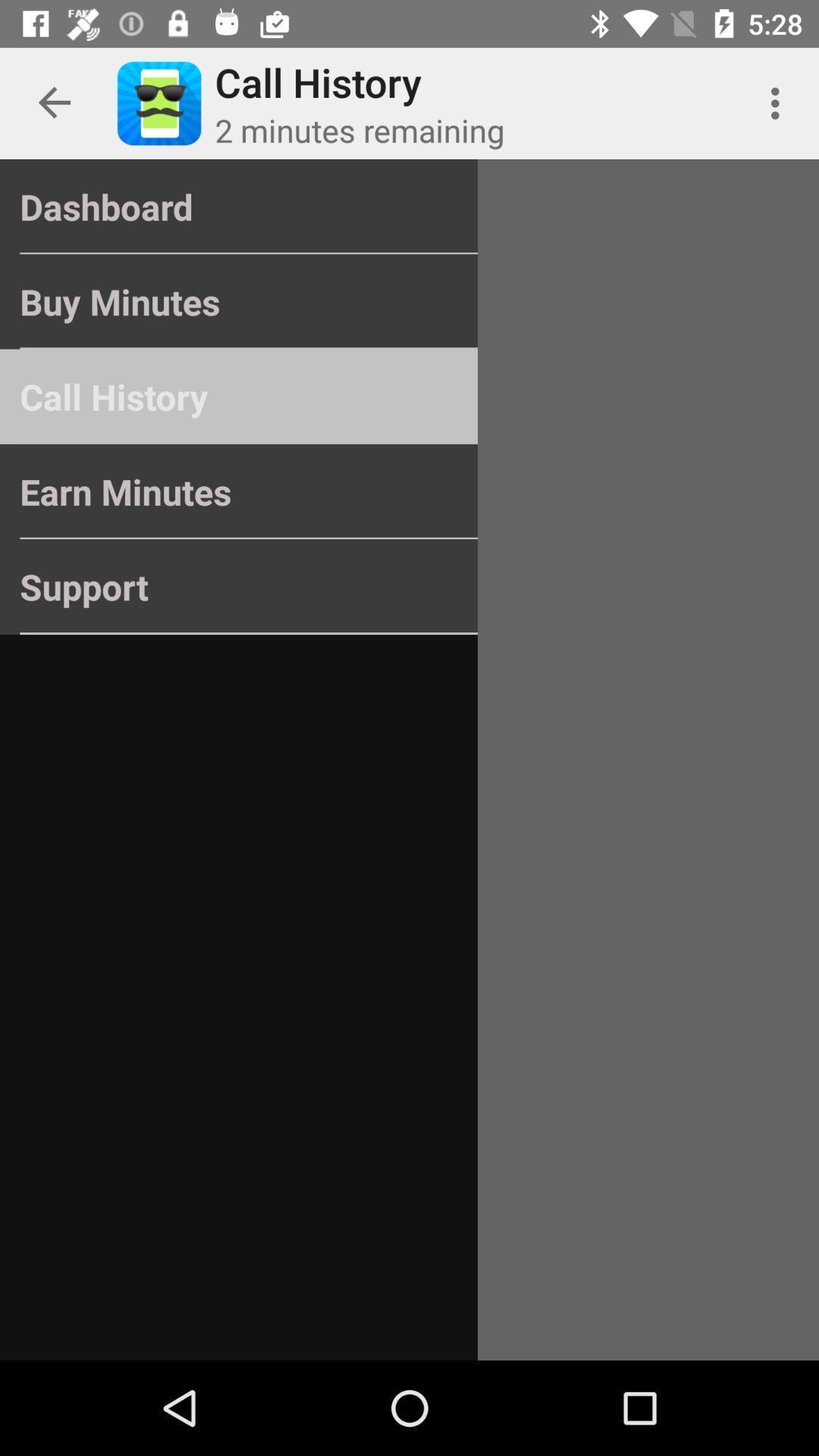 Image resolution: width=819 pixels, height=1456 pixels. I want to click on item below the earn minutes item, so click(239, 585).